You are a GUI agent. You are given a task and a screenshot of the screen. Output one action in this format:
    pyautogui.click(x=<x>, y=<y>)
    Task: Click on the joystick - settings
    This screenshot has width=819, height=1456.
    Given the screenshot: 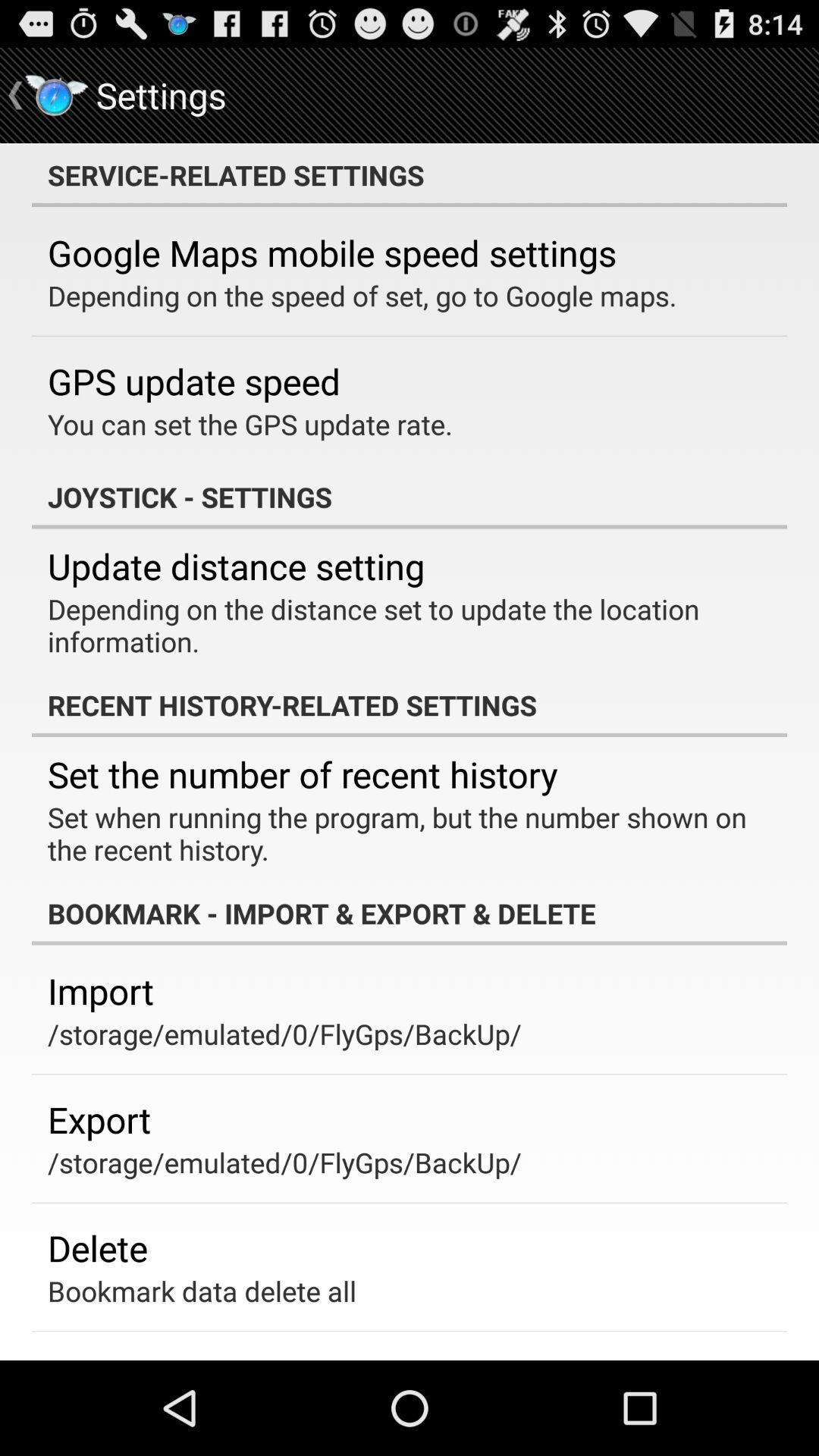 What is the action you would take?
    pyautogui.click(x=409, y=497)
    